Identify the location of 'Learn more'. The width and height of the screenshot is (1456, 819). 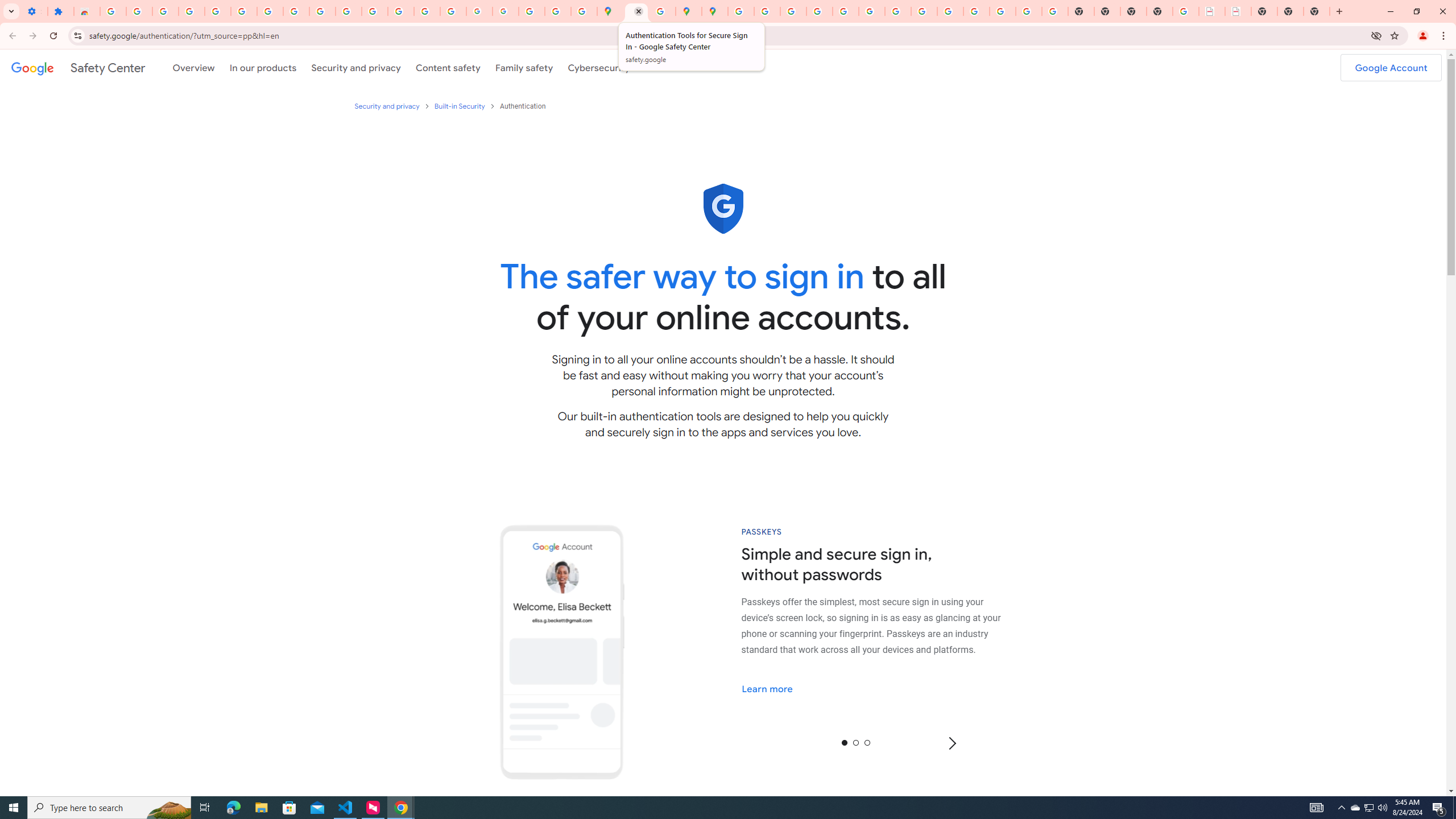
(774, 688).